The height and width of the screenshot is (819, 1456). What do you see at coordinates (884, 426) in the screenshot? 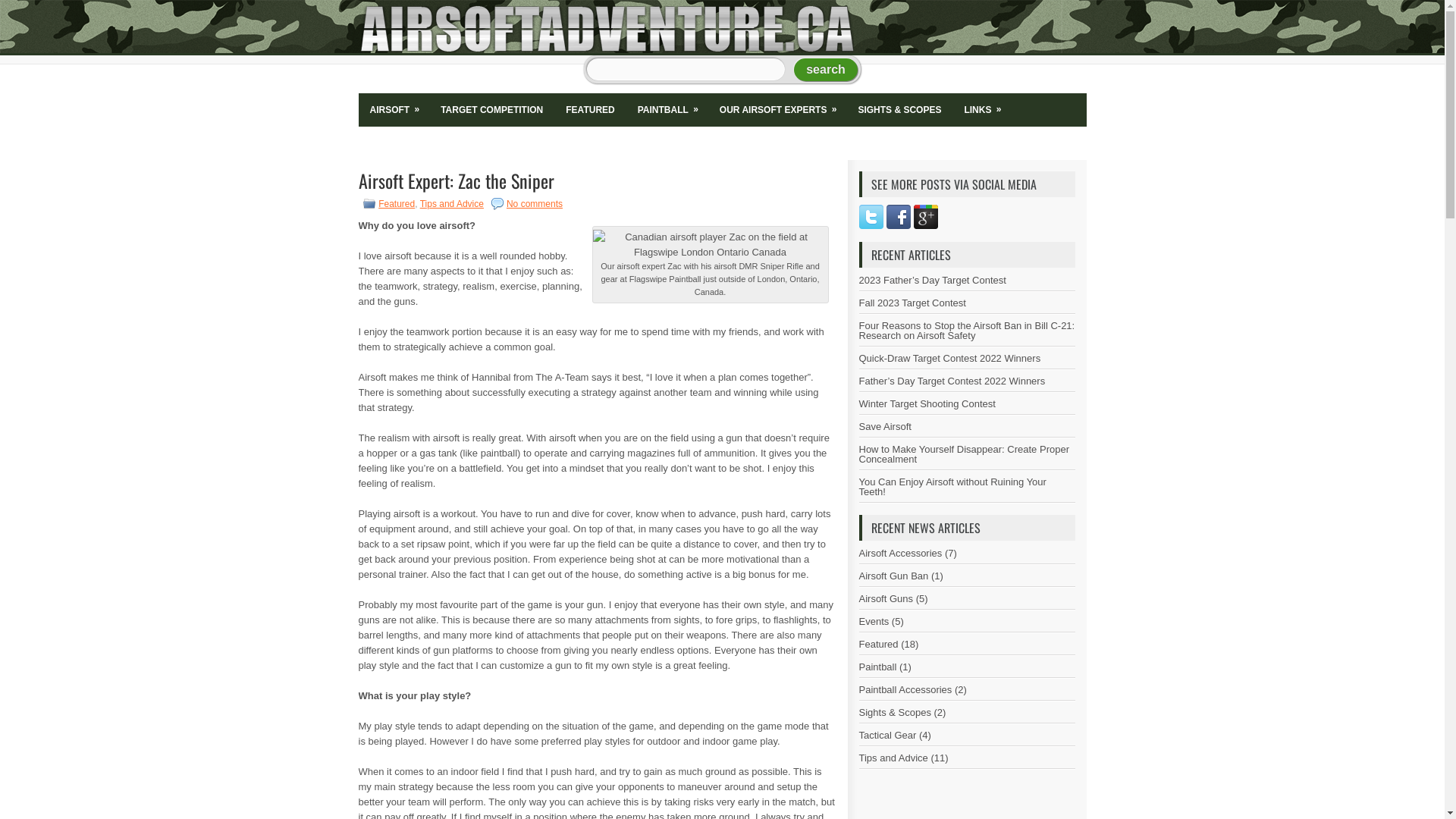
I see `'Save Airsoft'` at bounding box center [884, 426].